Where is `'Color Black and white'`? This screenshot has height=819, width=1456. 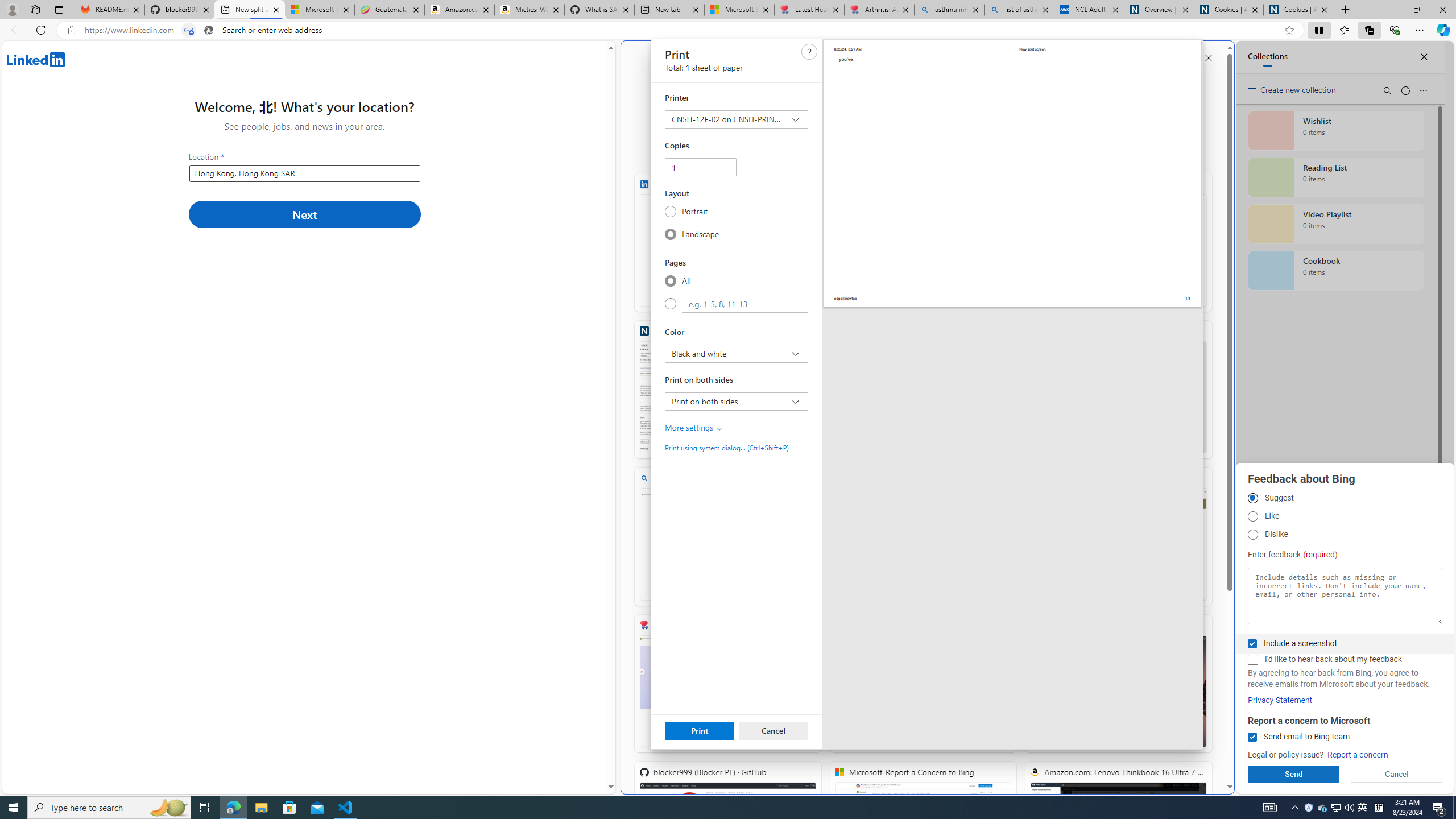
'Color Black and white' is located at coordinates (737, 353).